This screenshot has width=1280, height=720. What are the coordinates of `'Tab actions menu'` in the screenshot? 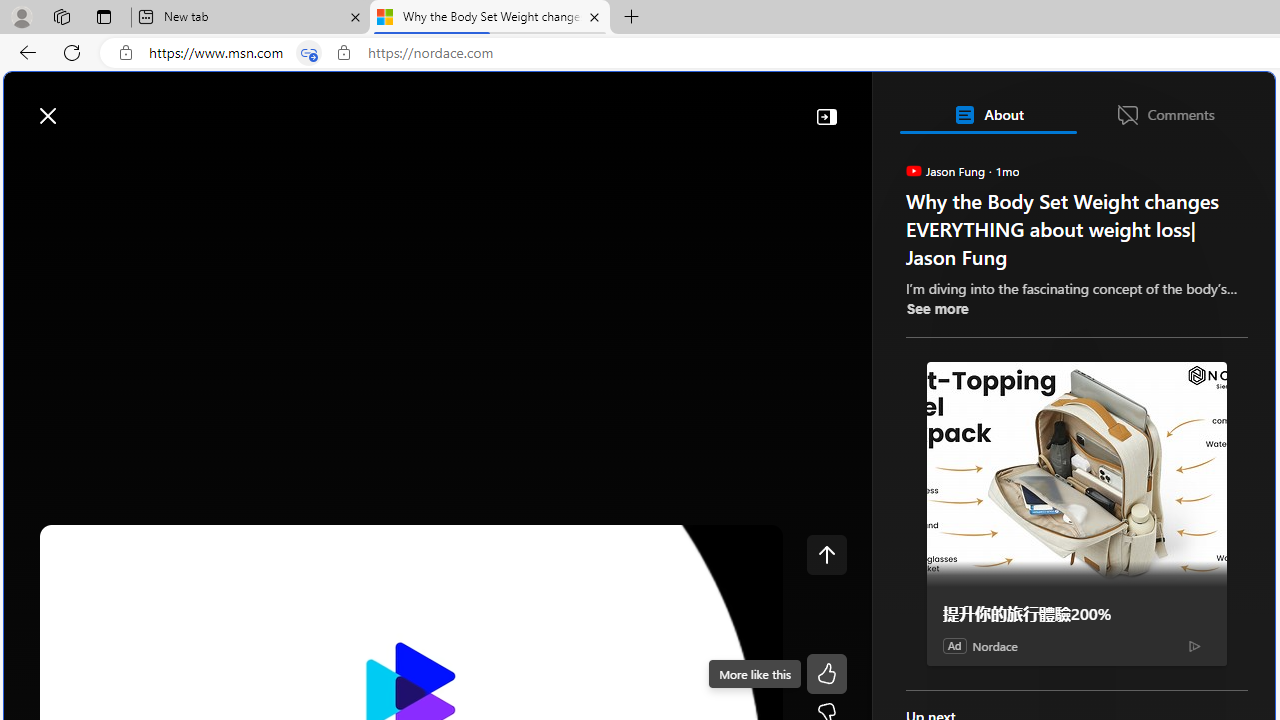 It's located at (103, 16).